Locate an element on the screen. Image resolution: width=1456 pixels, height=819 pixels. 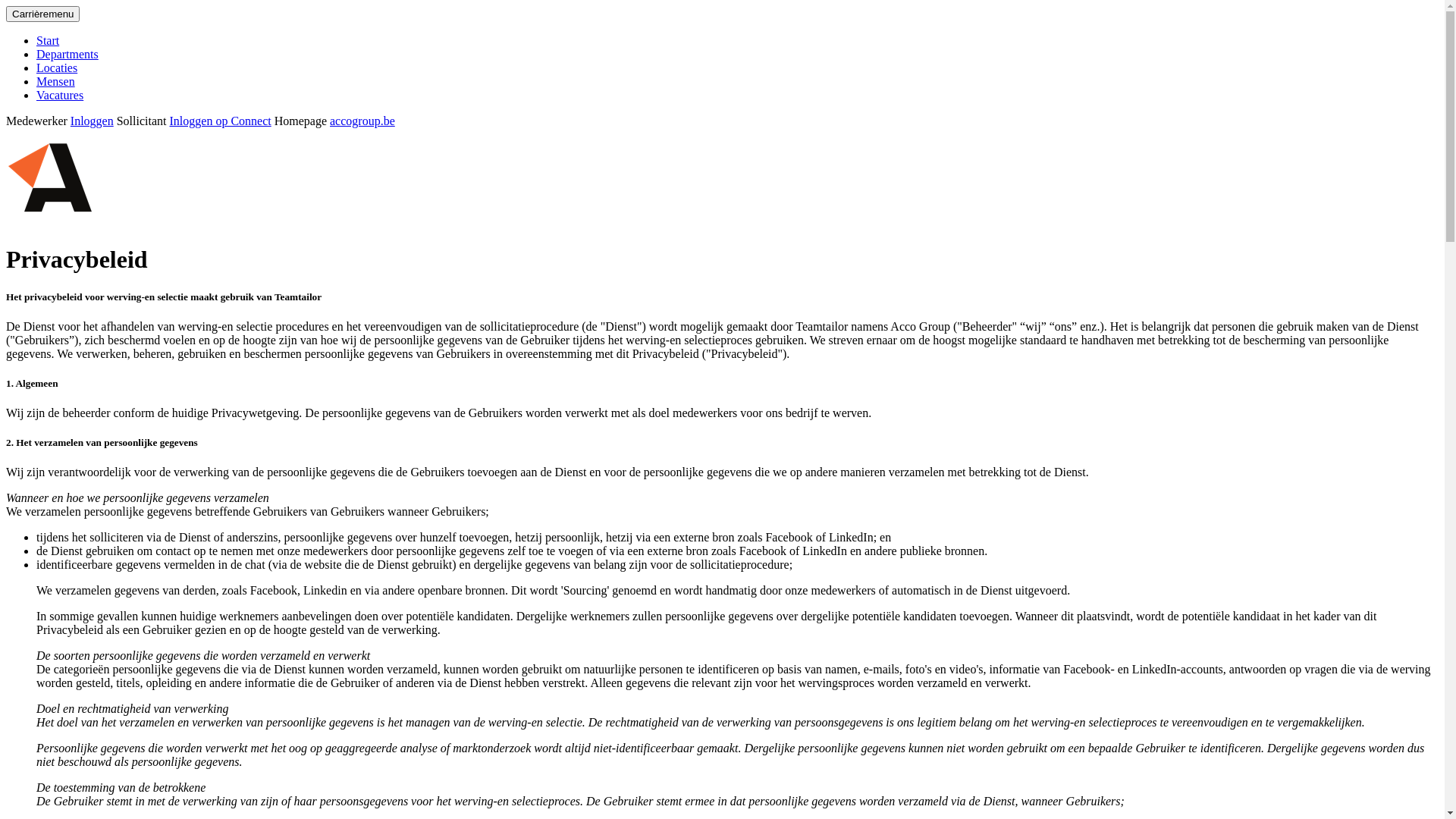
'Locaties' is located at coordinates (57, 67).